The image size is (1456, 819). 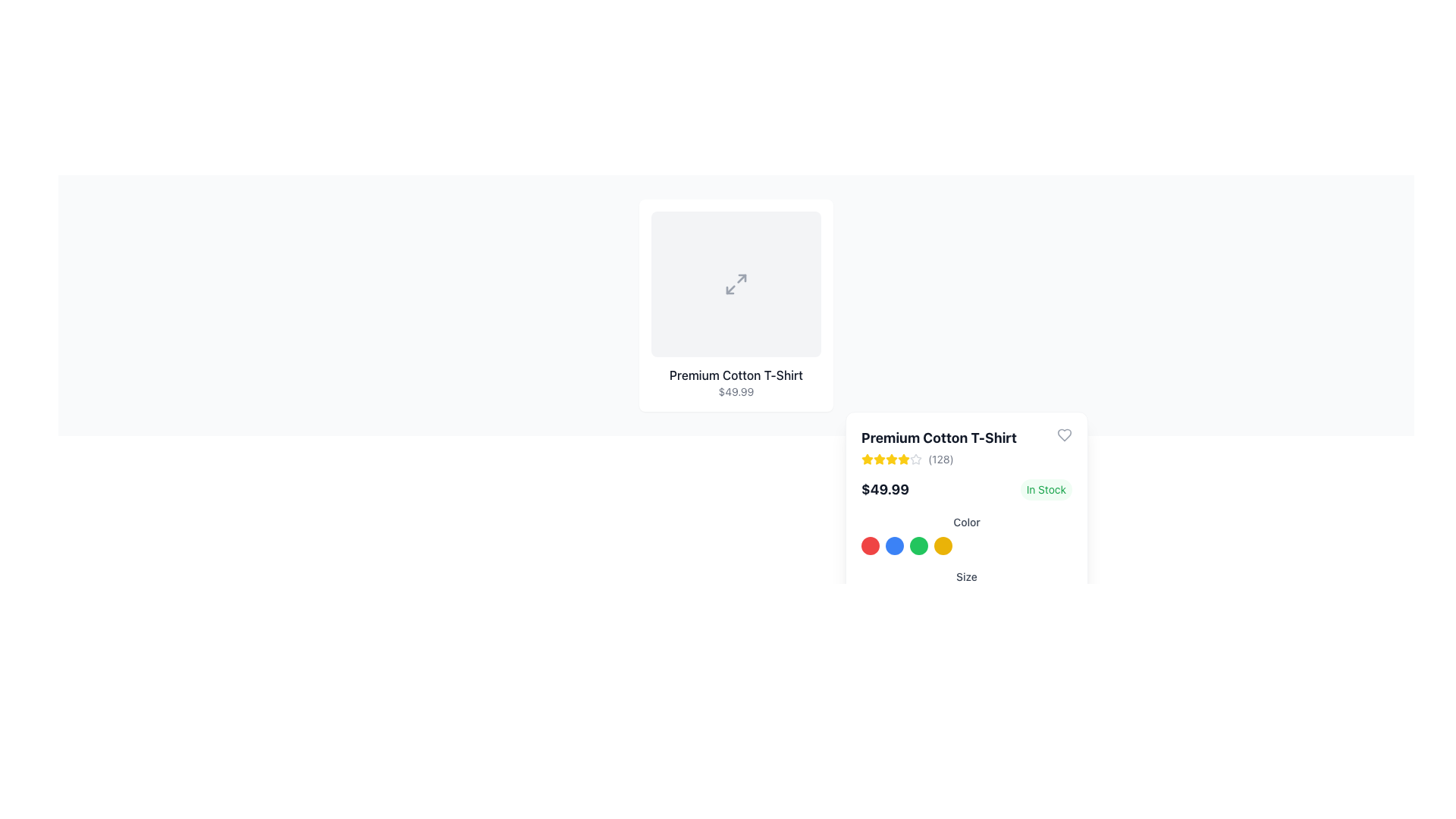 I want to click on the star icon representing part of the rating score located in the top-left corner of the product information card, so click(x=915, y=458).